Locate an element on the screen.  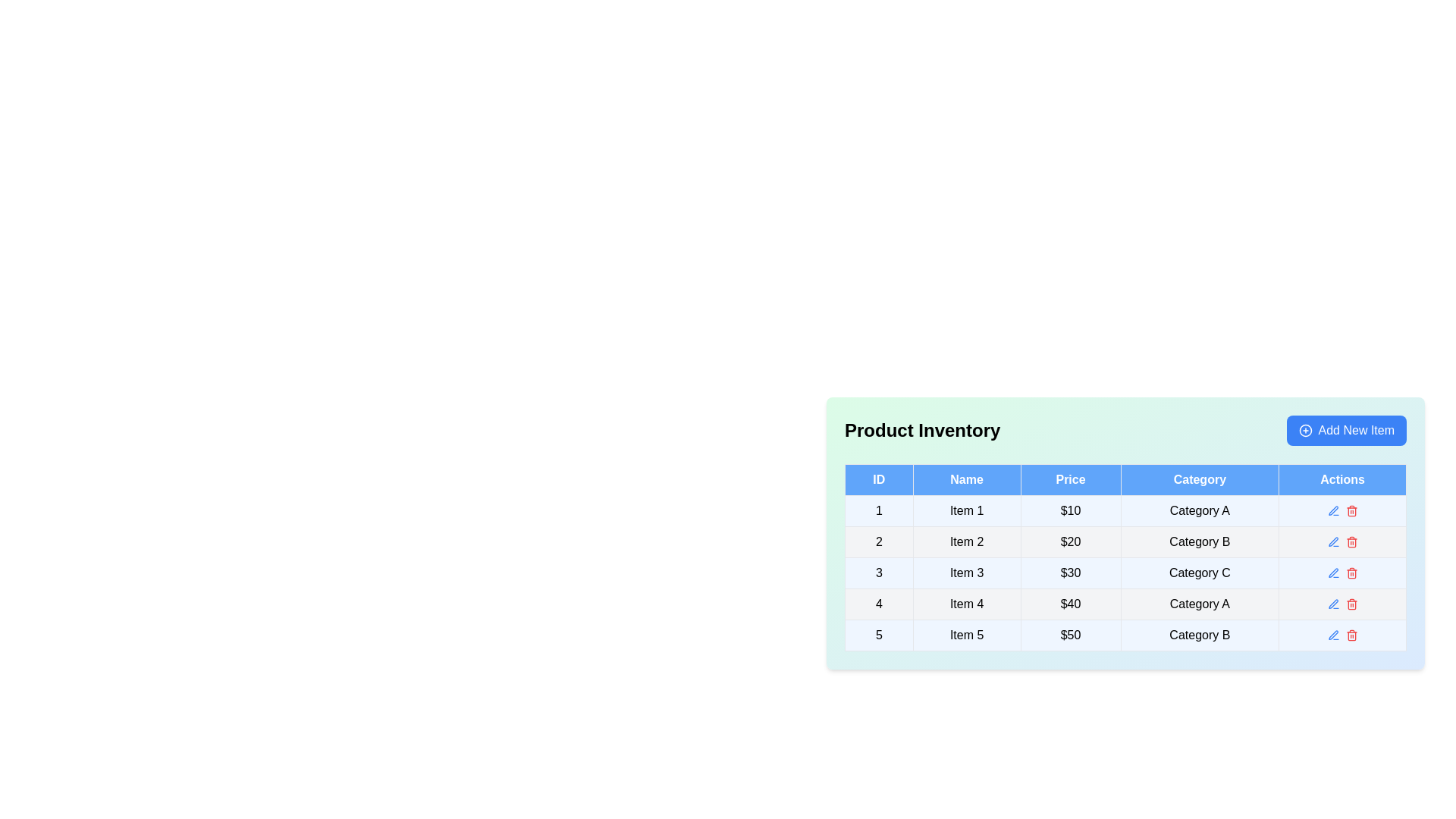
the red trash can icon in the grouped action set located in the rightmost column of the first data row in the 'Actions' section for 'Item 1' is located at coordinates (1342, 511).